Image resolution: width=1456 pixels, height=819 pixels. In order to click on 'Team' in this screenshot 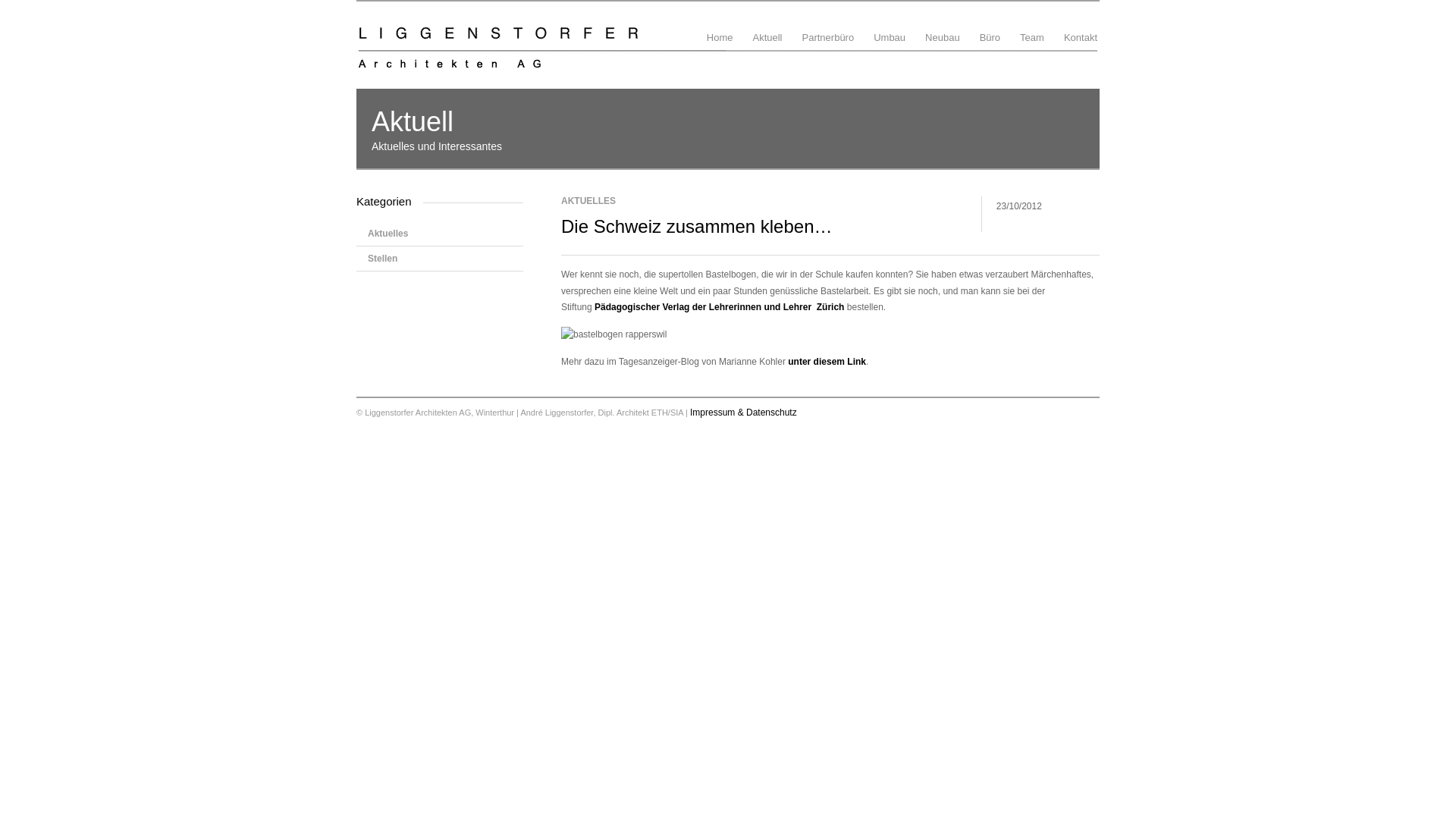, I will do `click(1031, 25)`.